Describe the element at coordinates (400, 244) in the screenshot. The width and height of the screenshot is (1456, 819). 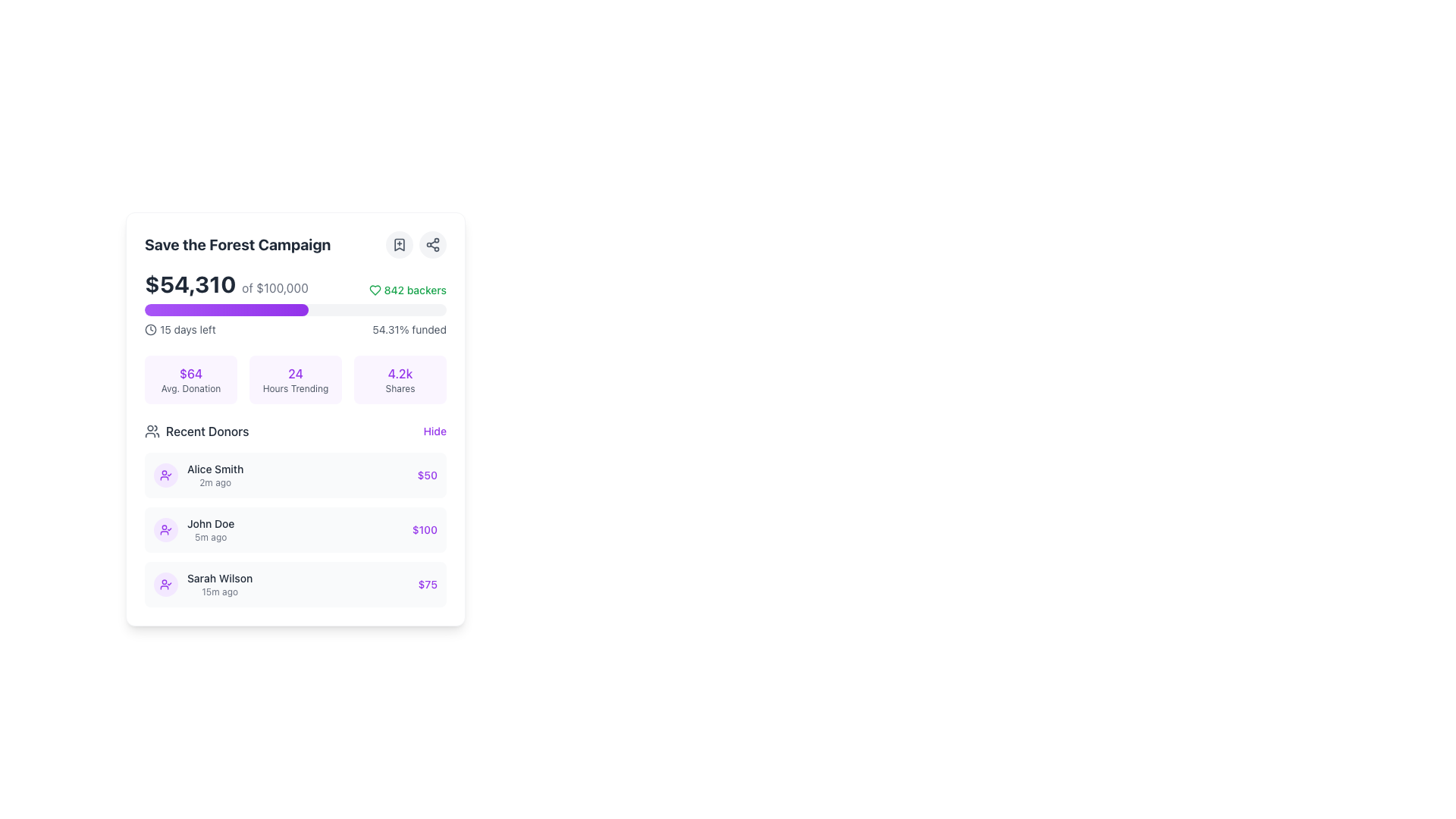
I see `the bookmark-plus icon within the circular button located to the left of the share icon, positioned to the right of the 'Save the Forest Campaign' header` at that location.